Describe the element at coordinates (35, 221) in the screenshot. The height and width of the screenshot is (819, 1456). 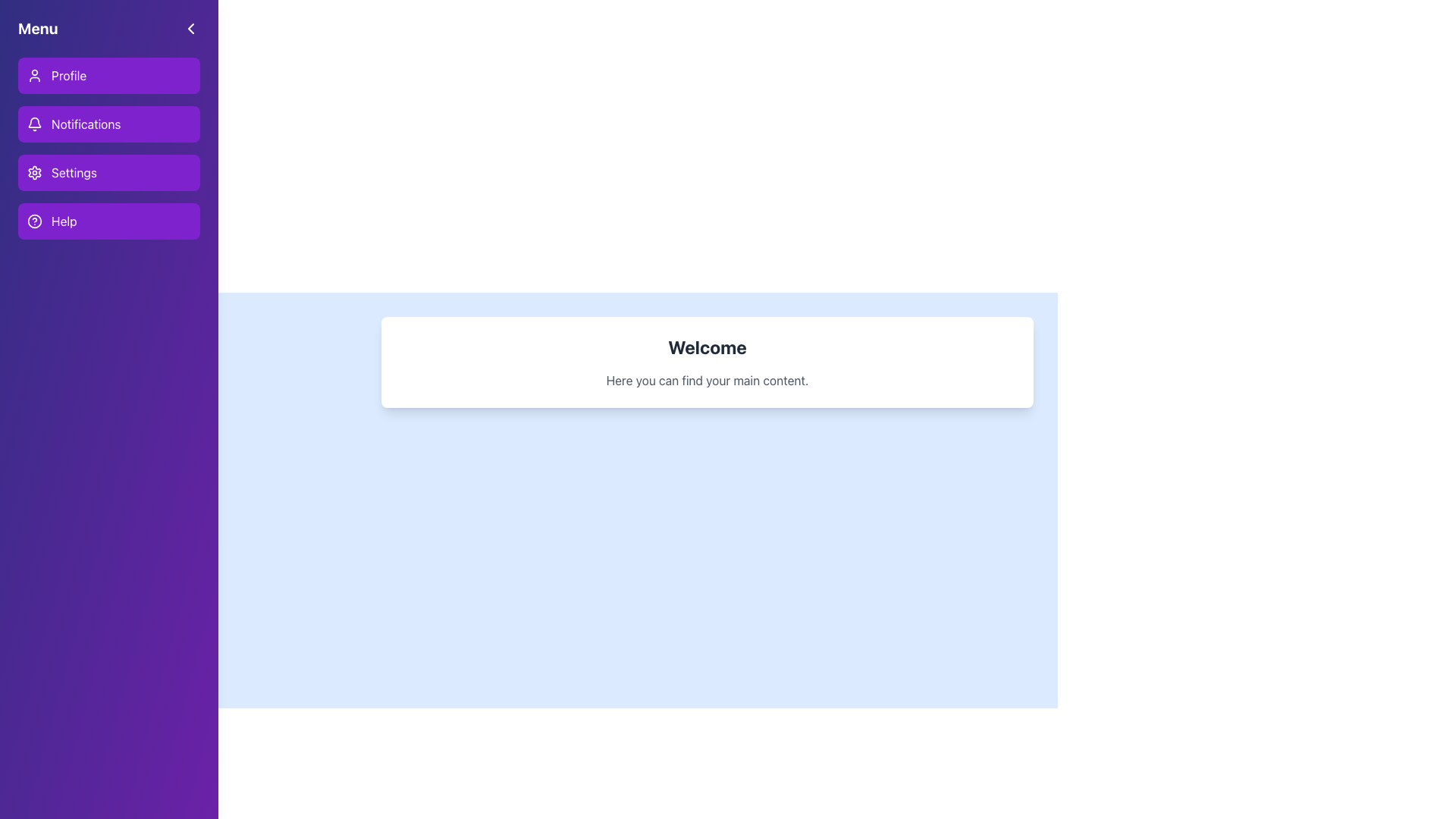
I see `the circular icon with a hollow outline and a question mark in its center, located within the 'Help' button in the vertical navigation bar` at that location.